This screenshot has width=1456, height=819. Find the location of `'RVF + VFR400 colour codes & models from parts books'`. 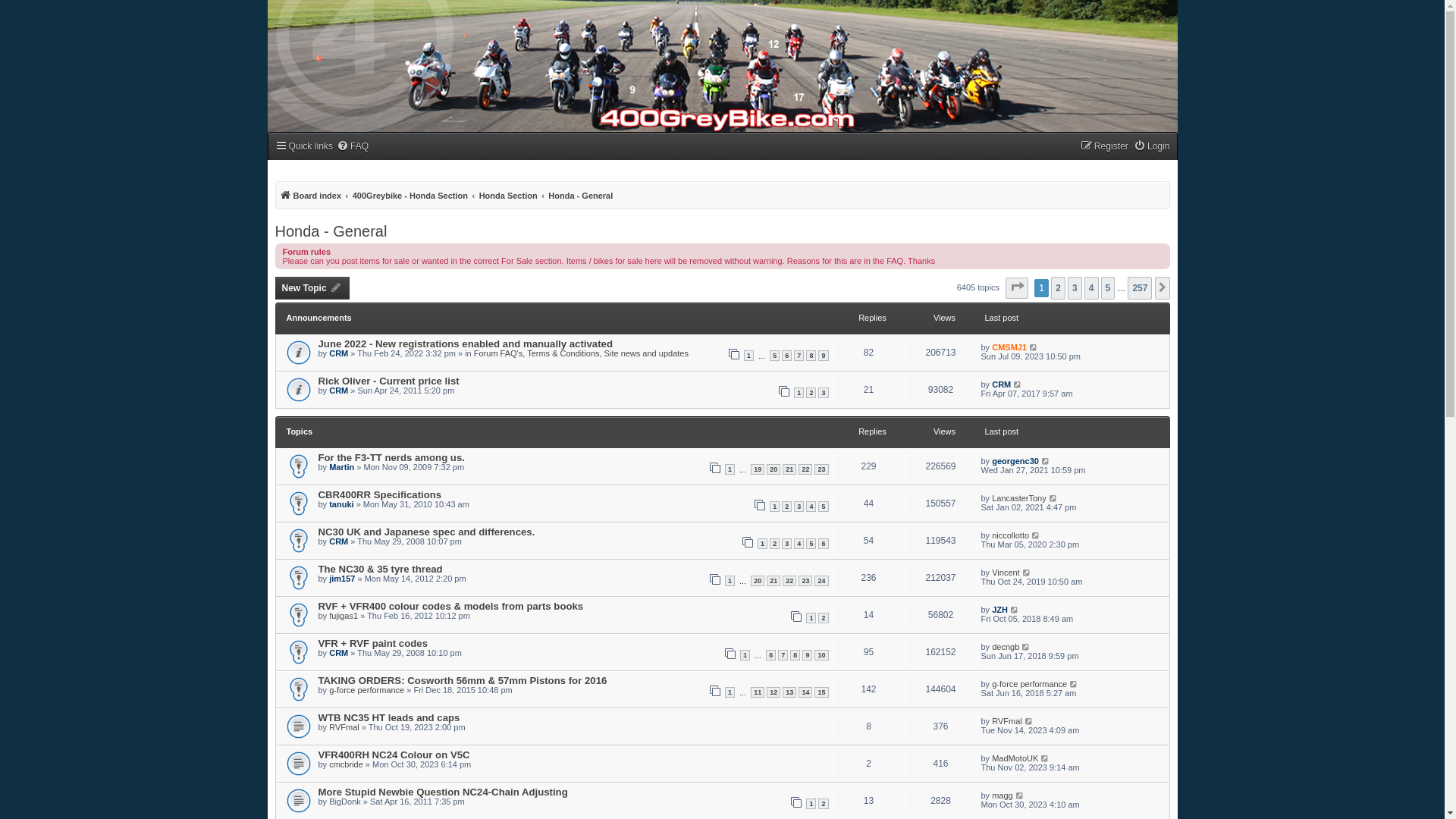

'RVF + VFR400 colour codes & models from parts books' is located at coordinates (450, 605).